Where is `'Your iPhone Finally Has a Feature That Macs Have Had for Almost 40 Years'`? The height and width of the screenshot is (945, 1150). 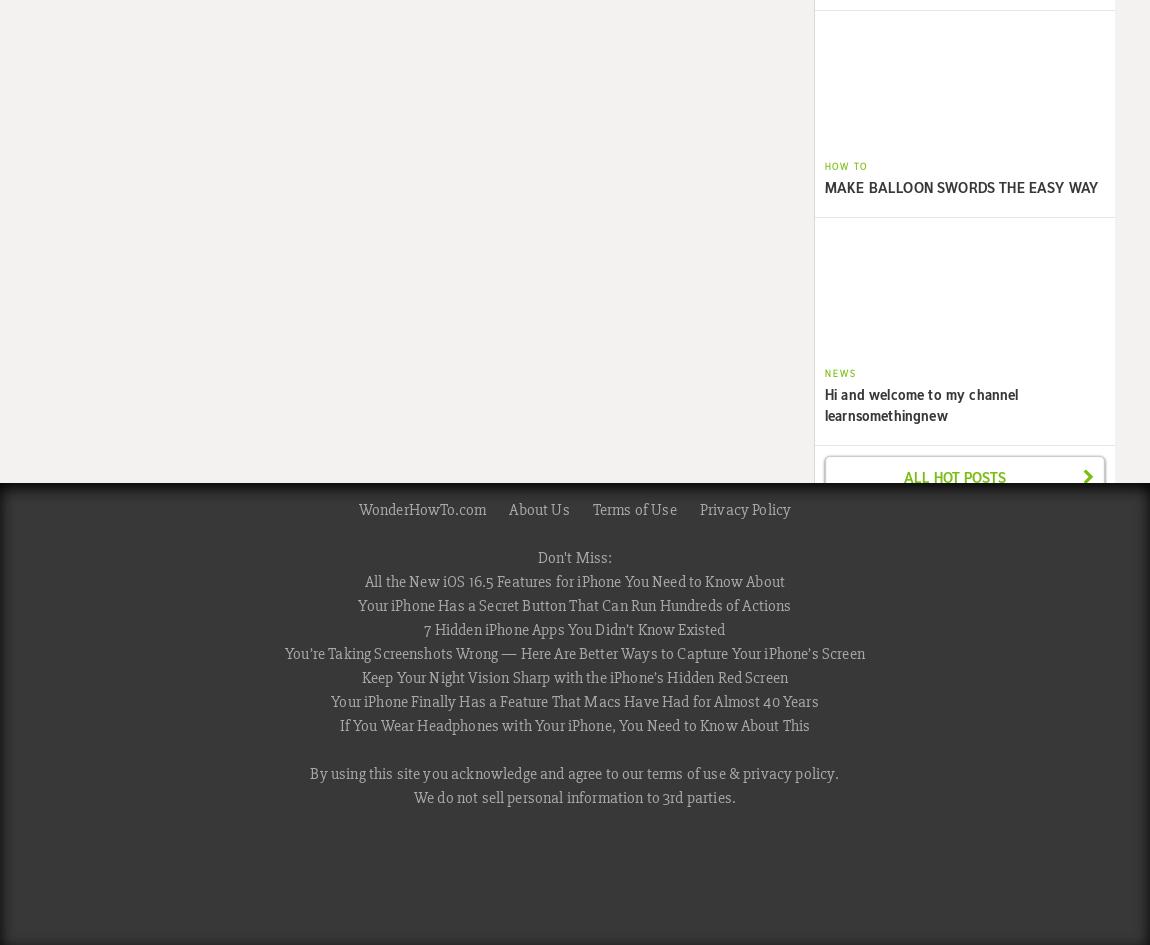 'Your iPhone Finally Has a Feature That Macs Have Had for Almost 40 Years' is located at coordinates (574, 701).